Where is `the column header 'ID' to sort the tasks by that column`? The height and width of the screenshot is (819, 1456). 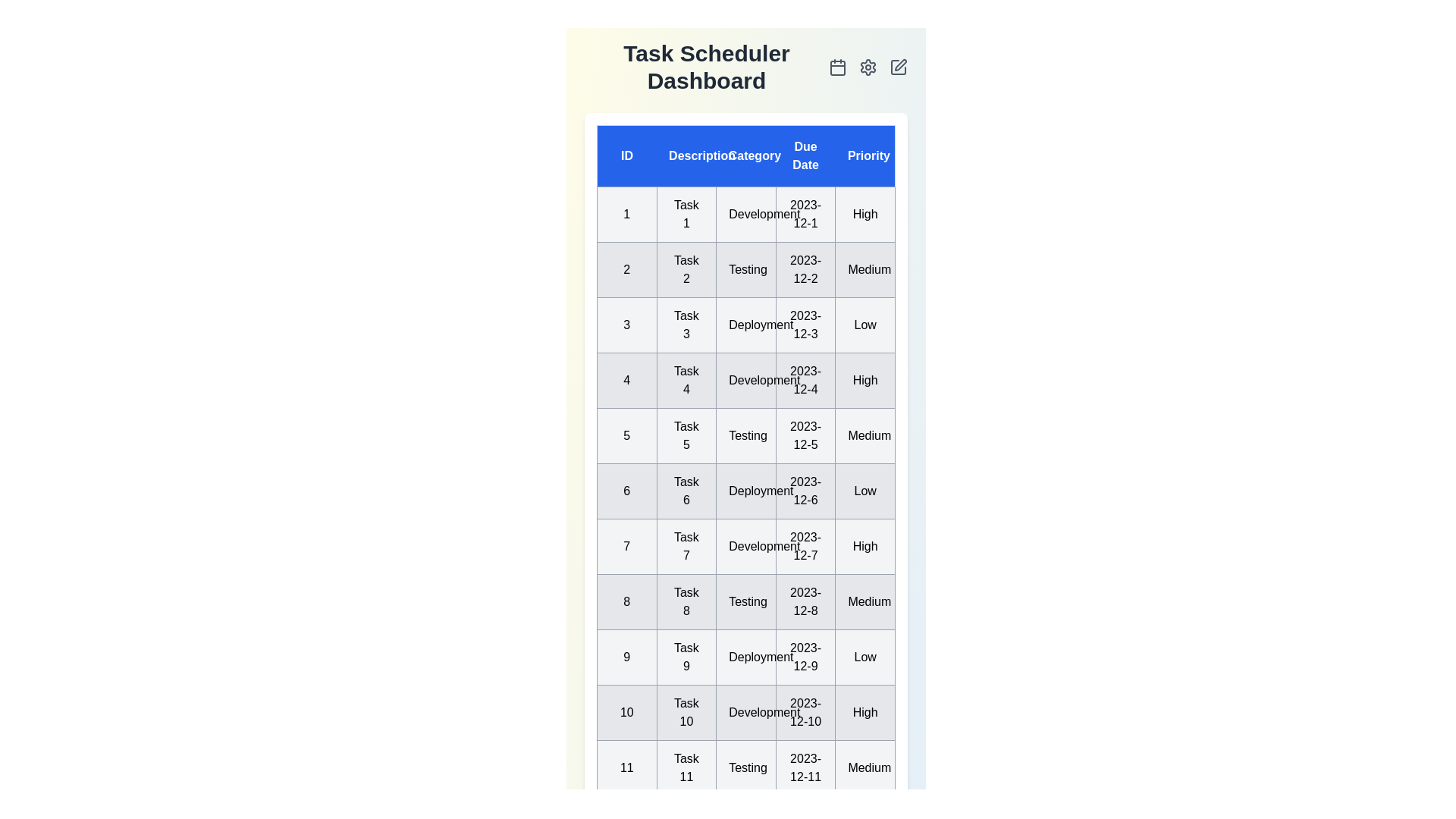
the column header 'ID' to sort the tasks by that column is located at coordinates (626, 155).